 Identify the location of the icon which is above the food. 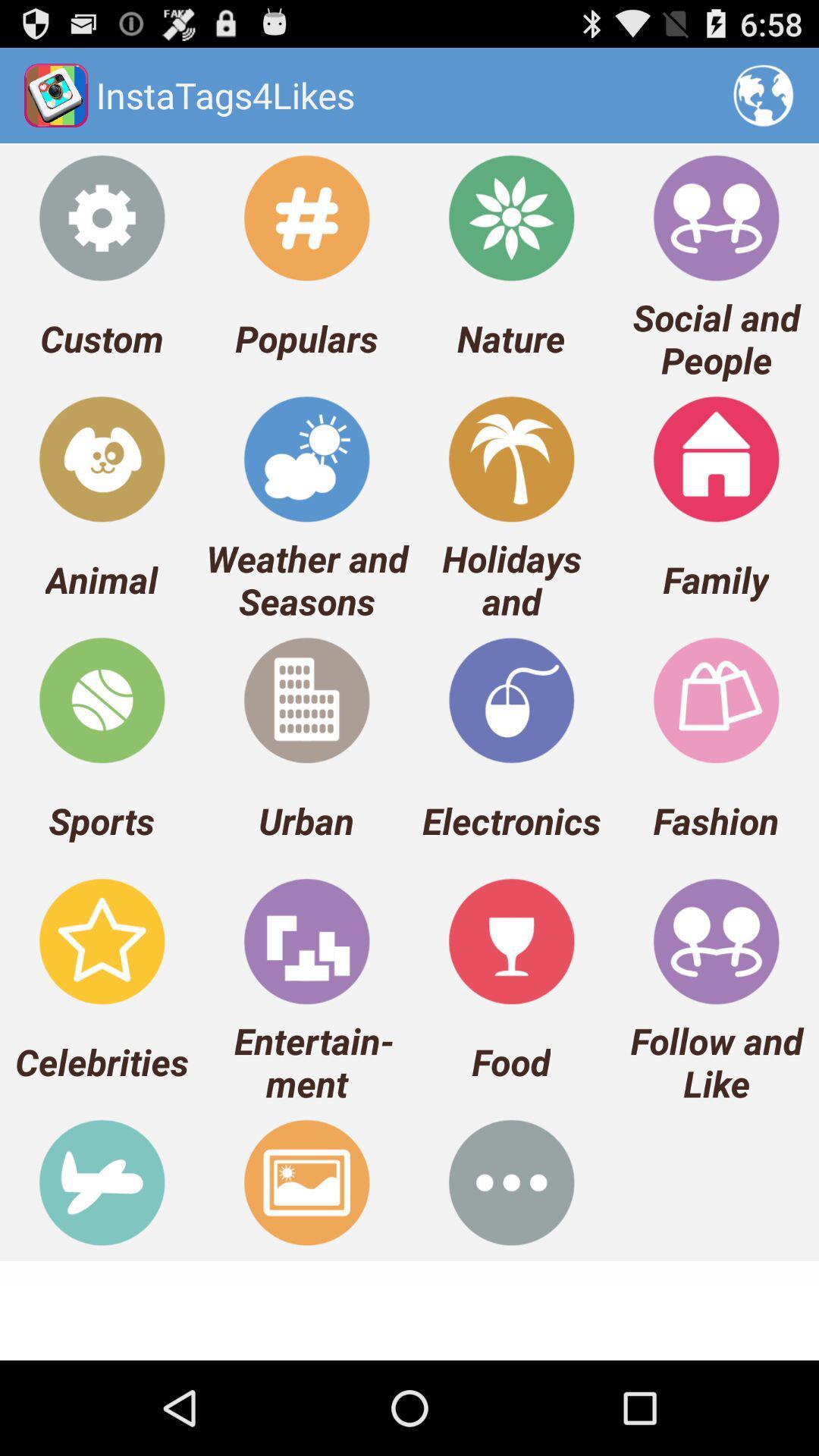
(511, 940).